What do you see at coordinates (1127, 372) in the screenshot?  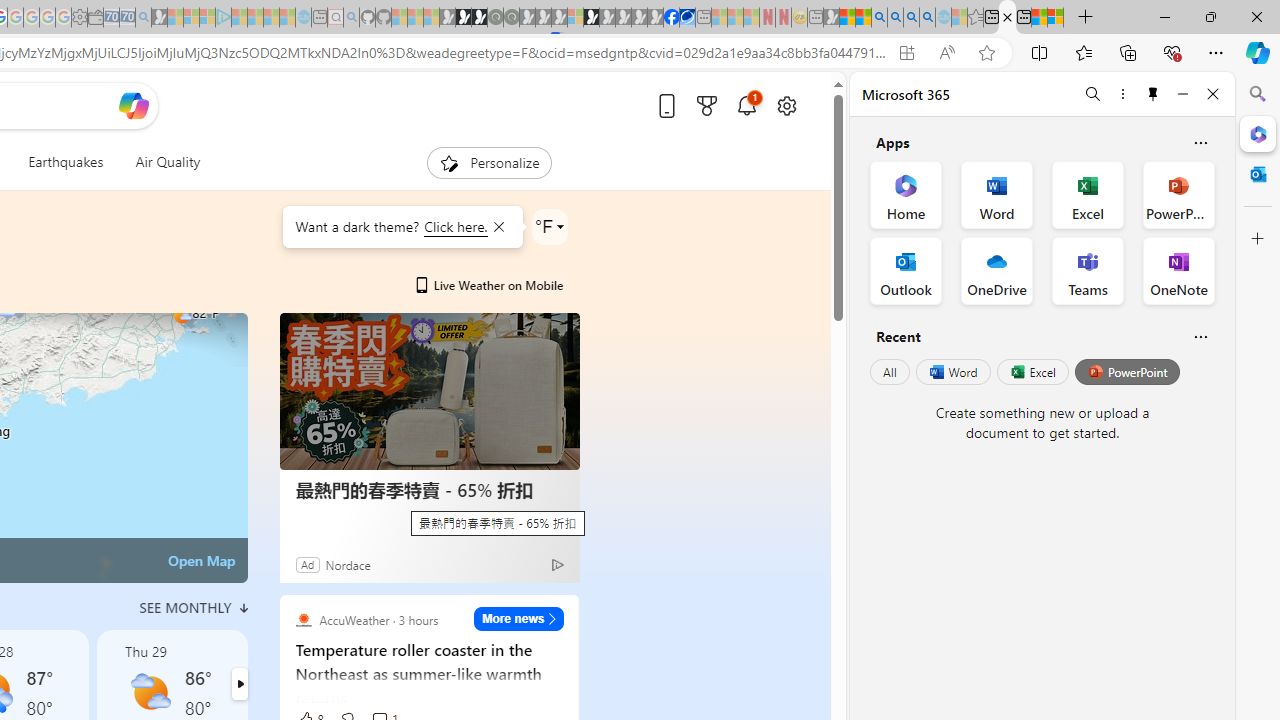 I see `'PowerPoint'` at bounding box center [1127, 372].